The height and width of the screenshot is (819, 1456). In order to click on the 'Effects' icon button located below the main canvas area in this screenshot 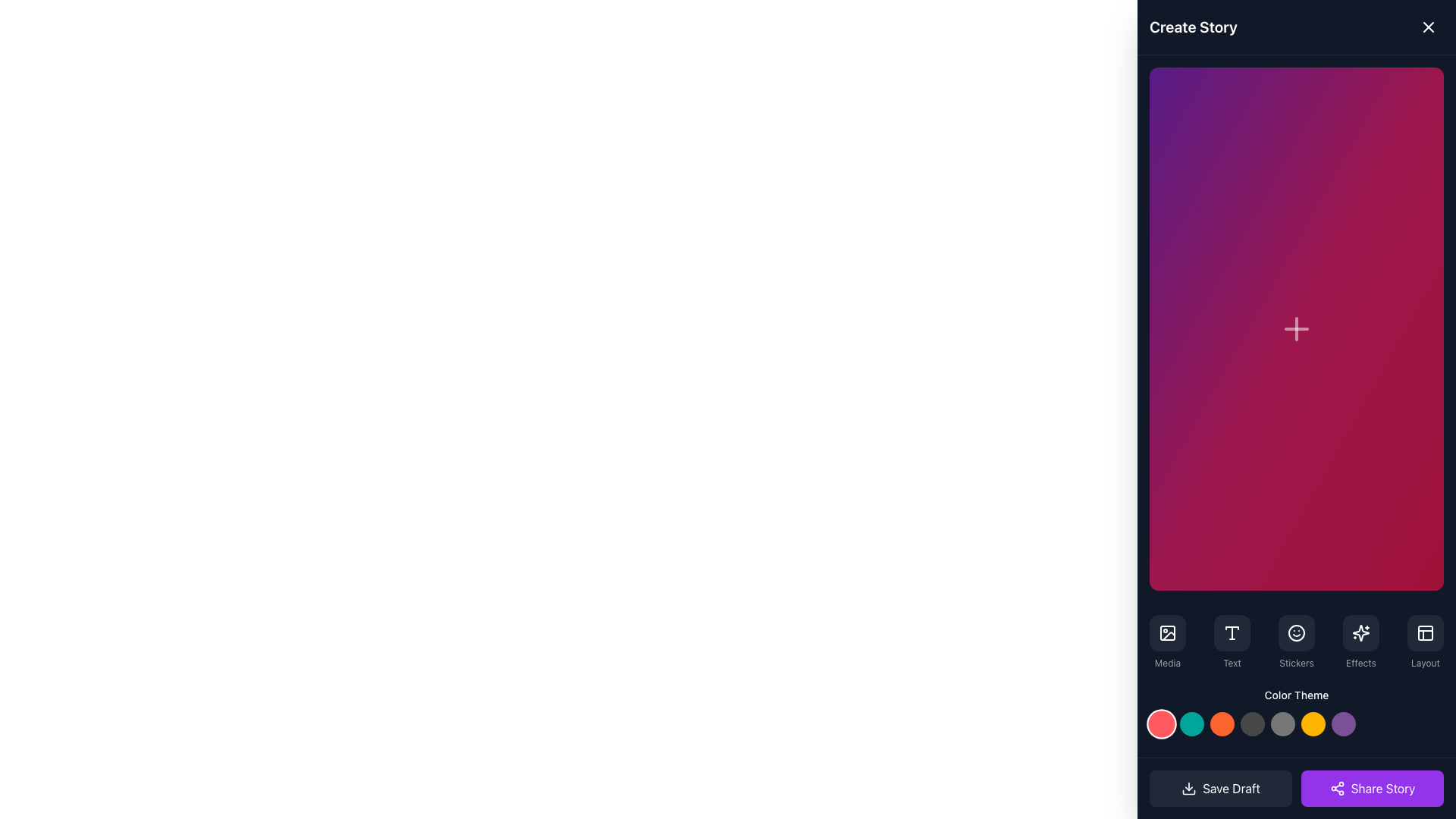, I will do `click(1361, 632)`.